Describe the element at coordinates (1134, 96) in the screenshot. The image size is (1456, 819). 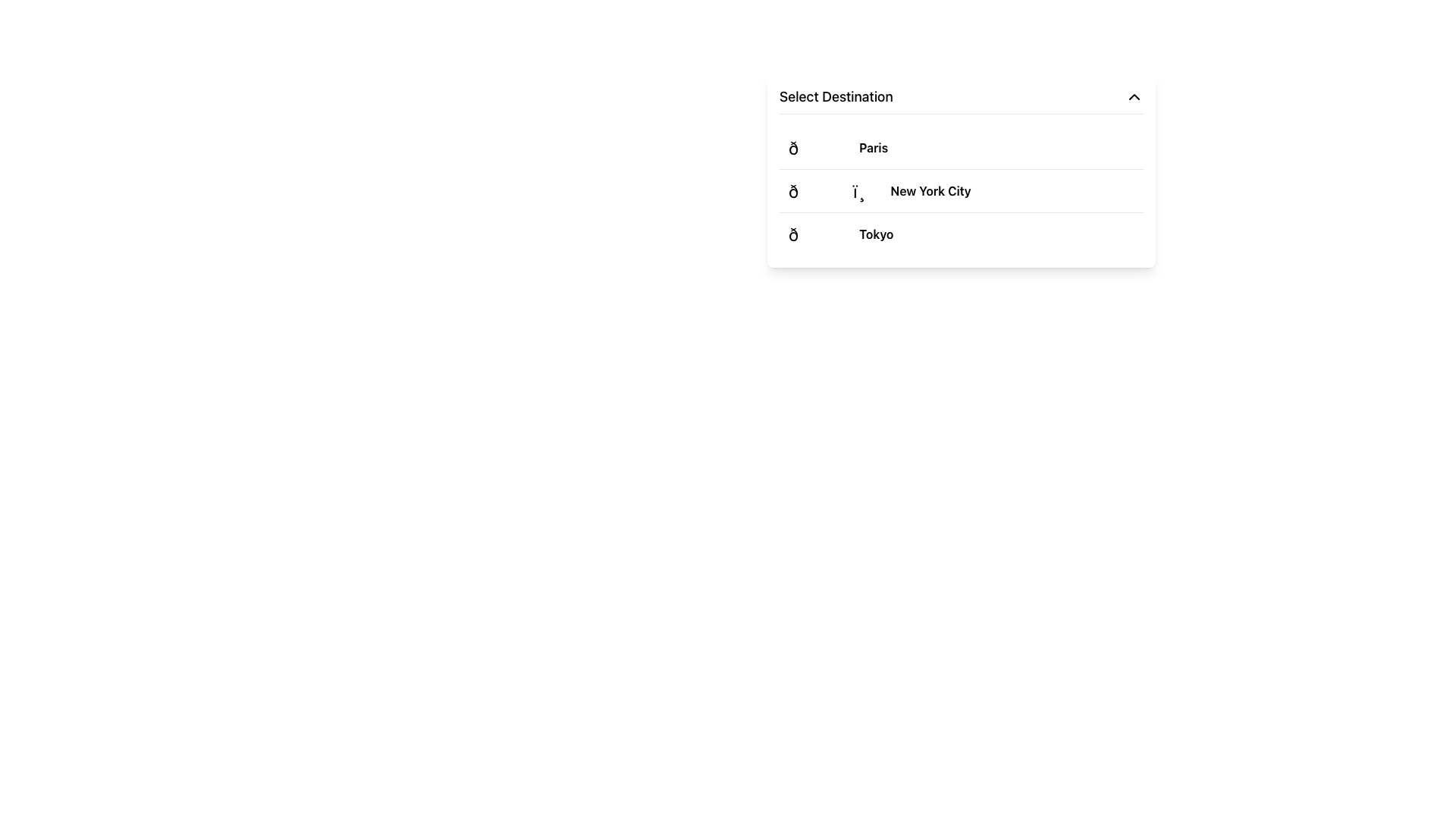
I see `the small, upward-pointing chevron icon located at the far right of the 'Select Destination' row` at that location.